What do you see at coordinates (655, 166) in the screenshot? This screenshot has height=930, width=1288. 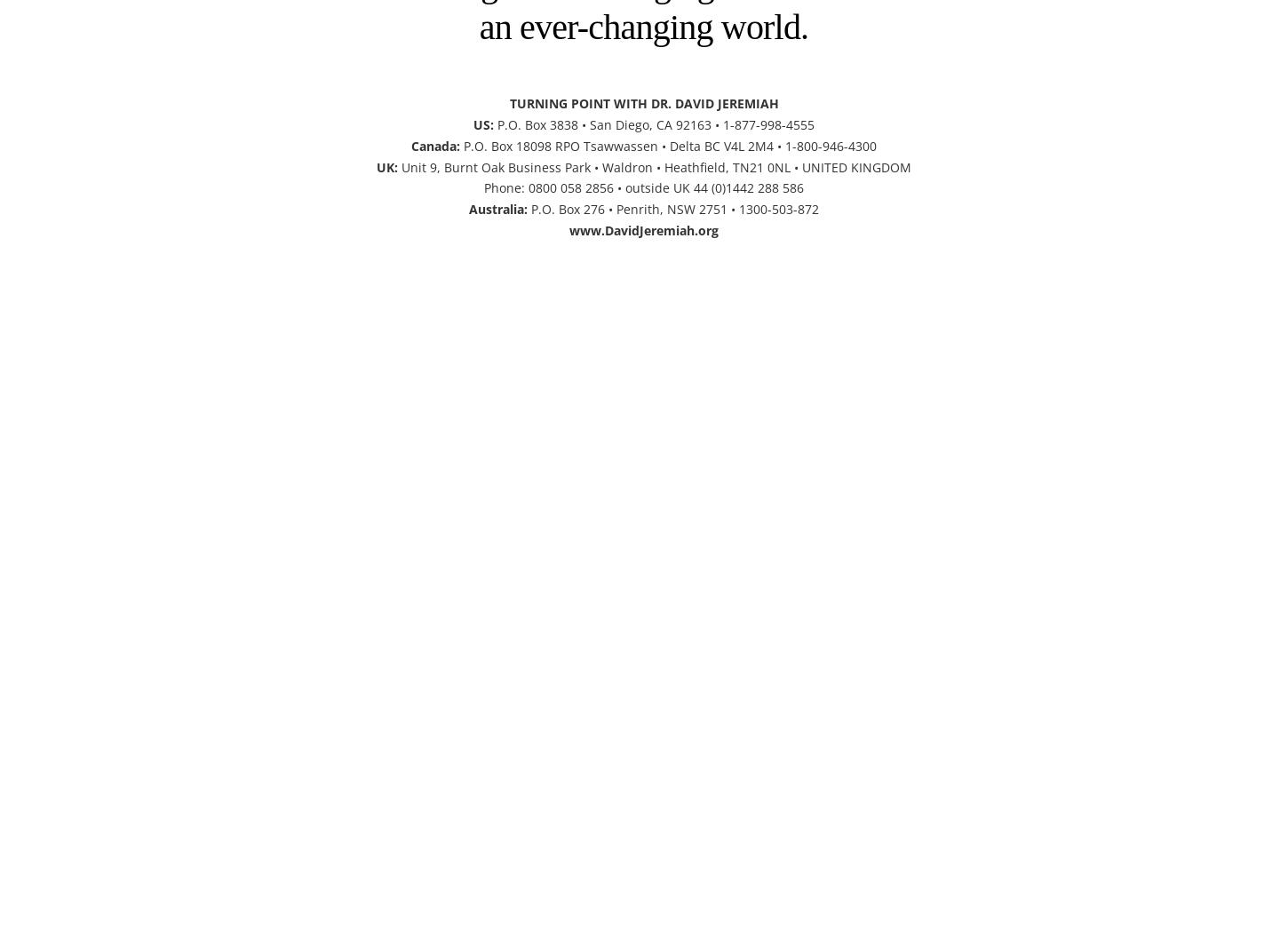 I see `'Unit 9, Burnt Oak Business Park • Waldron • Heathfield, TN21 0NL • UNITED KINGDOM'` at bounding box center [655, 166].